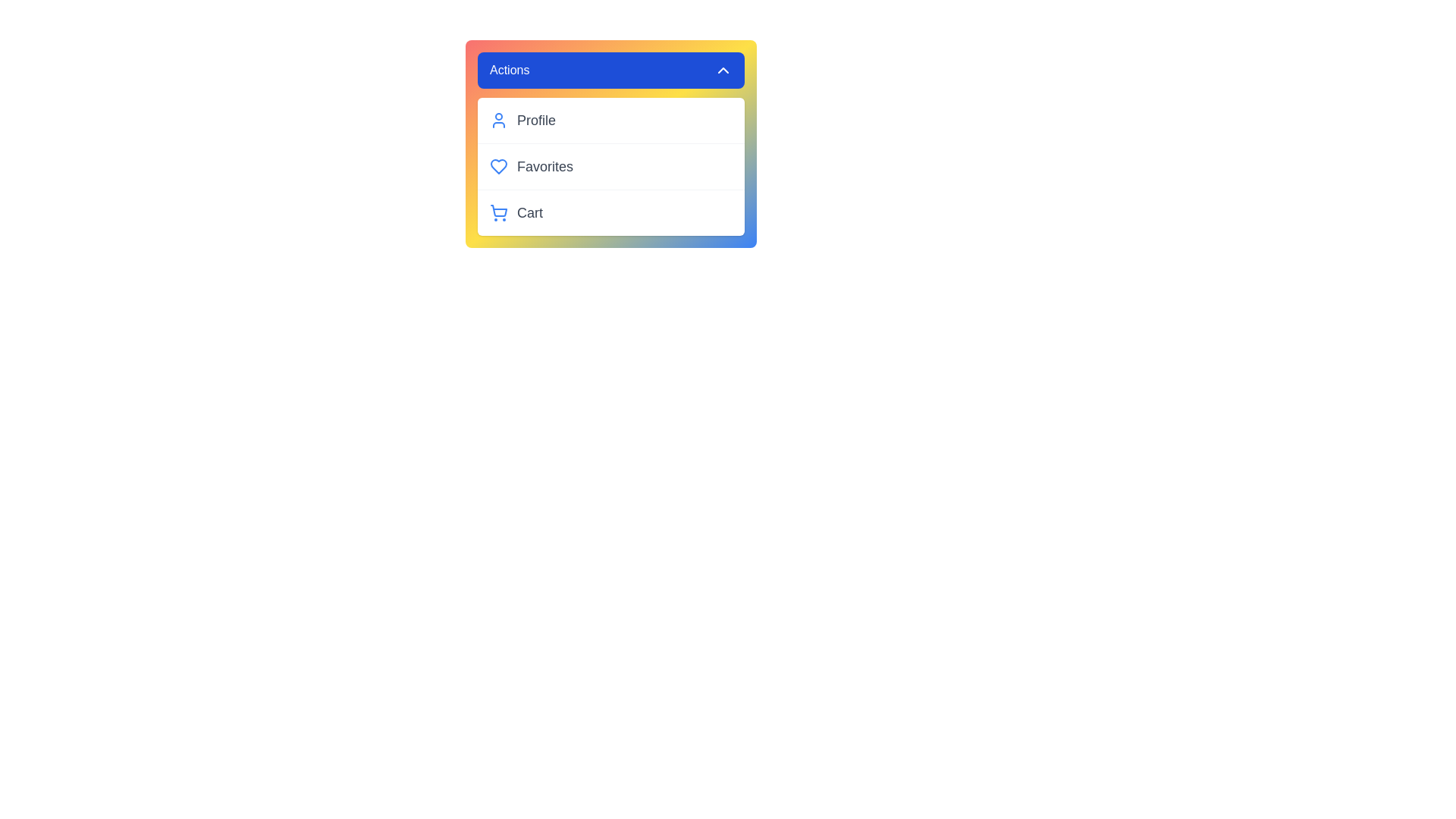 Image resolution: width=1456 pixels, height=819 pixels. Describe the element at coordinates (530, 213) in the screenshot. I see `the 'Cart' text label, which is displayed in dark gray with a medium weight font, located in the dropdown section under 'Profile' and 'Favorites'` at that location.